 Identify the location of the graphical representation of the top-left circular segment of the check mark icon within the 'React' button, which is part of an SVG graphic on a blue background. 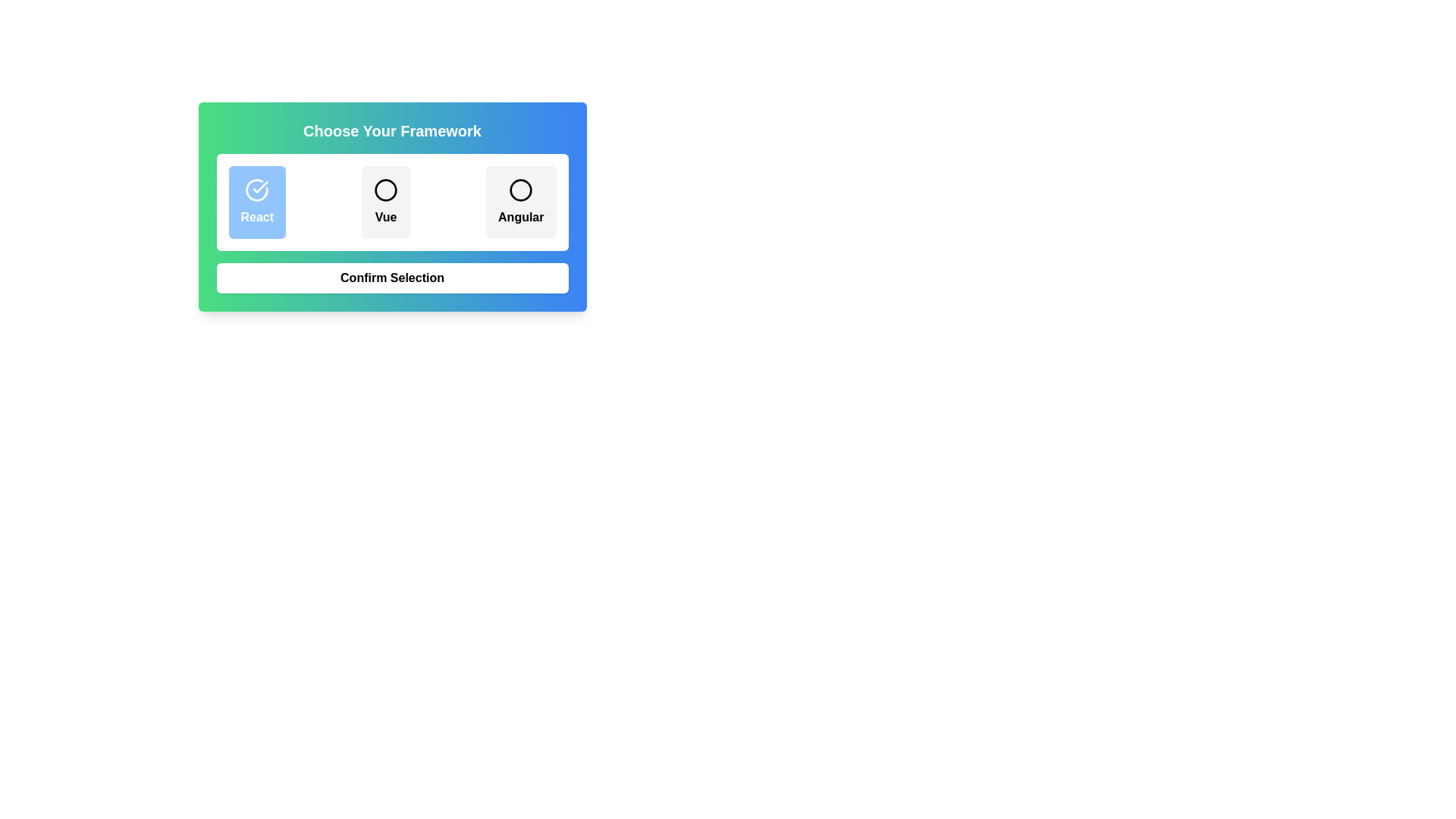
(257, 189).